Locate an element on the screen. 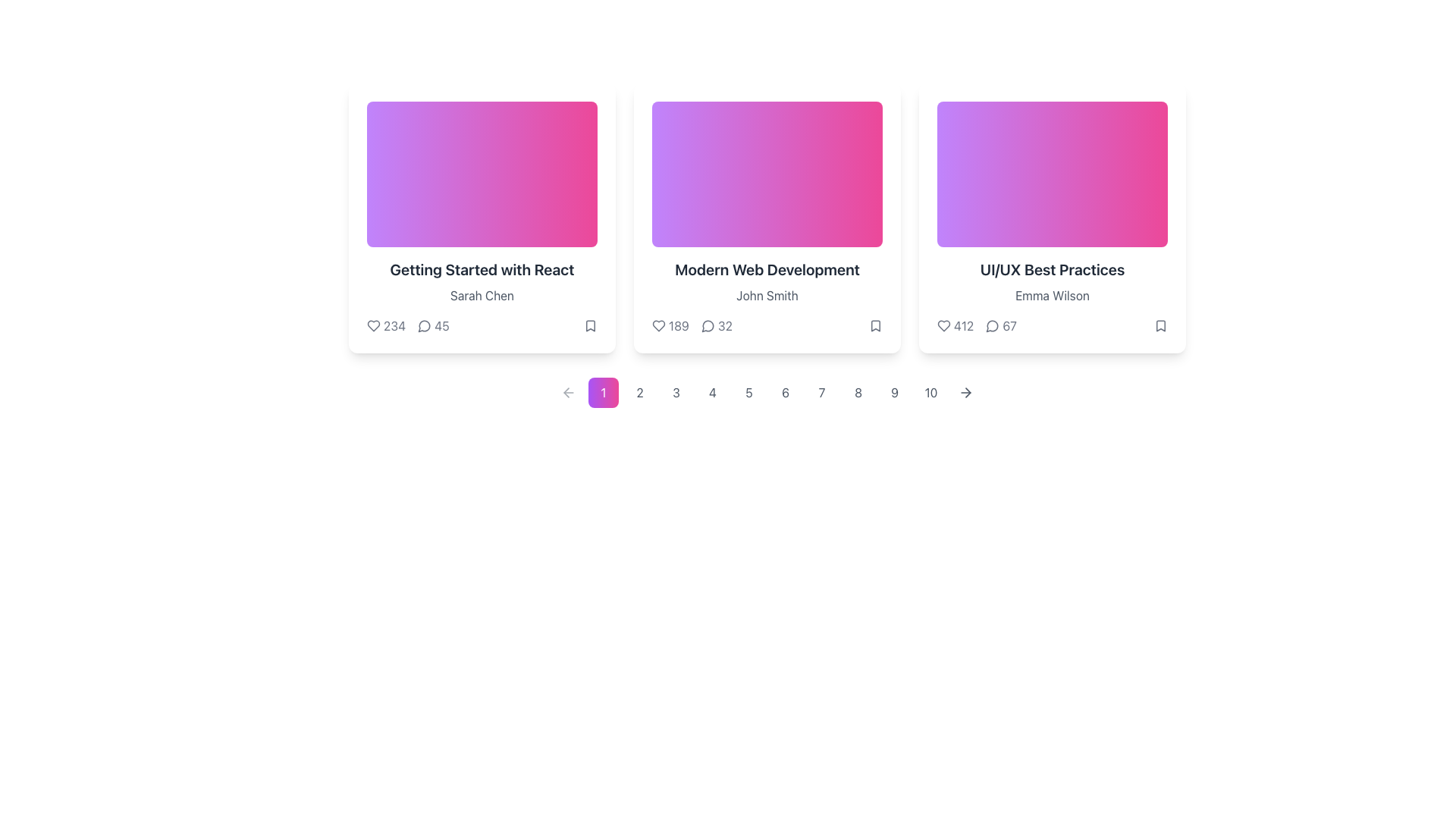  the previous page navigation button located at the far left of the pagination control bar, immediately before the first page marker (number '1') is located at coordinates (567, 391).